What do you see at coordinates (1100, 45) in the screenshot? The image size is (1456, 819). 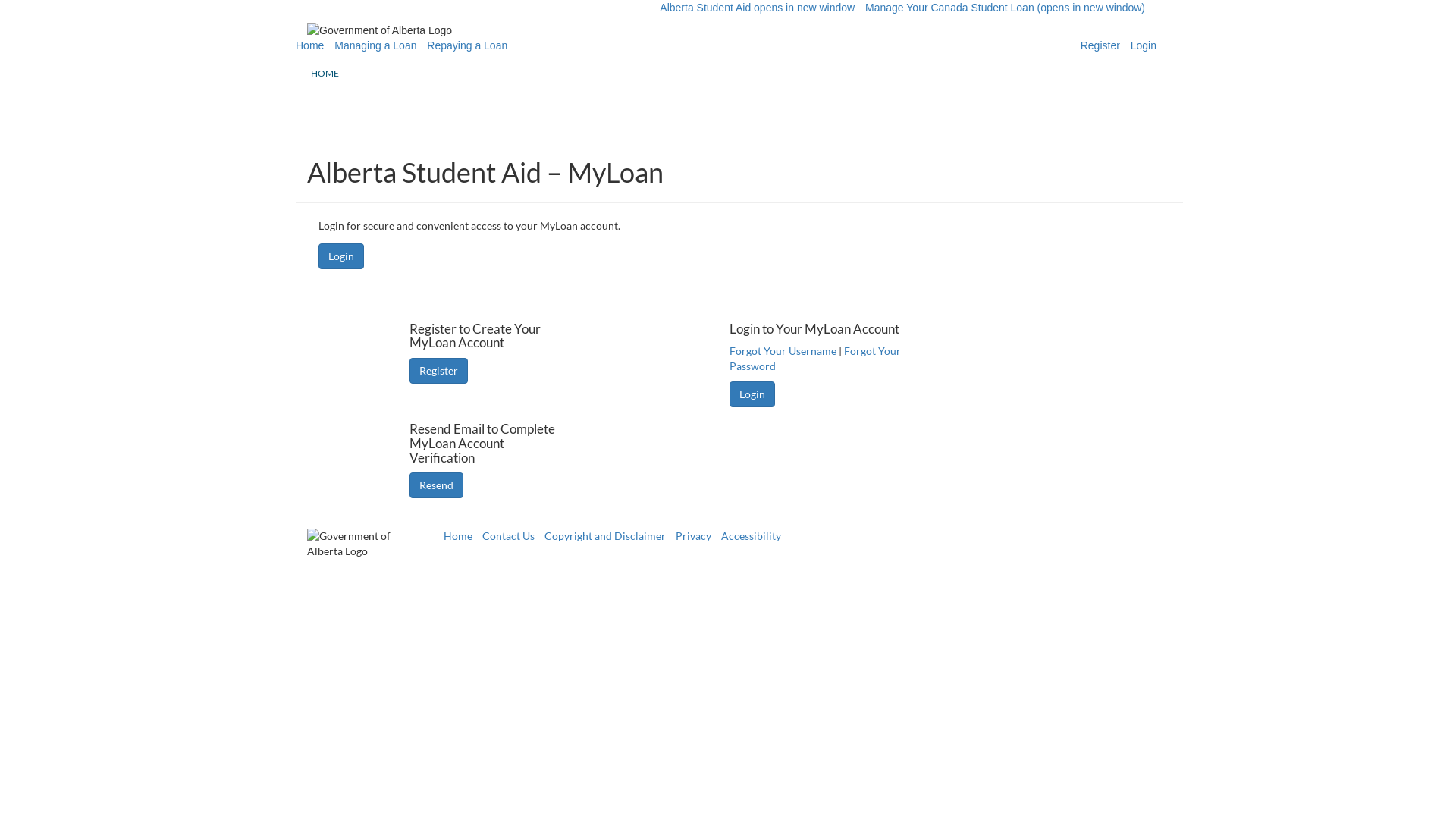 I see `'Register'` at bounding box center [1100, 45].